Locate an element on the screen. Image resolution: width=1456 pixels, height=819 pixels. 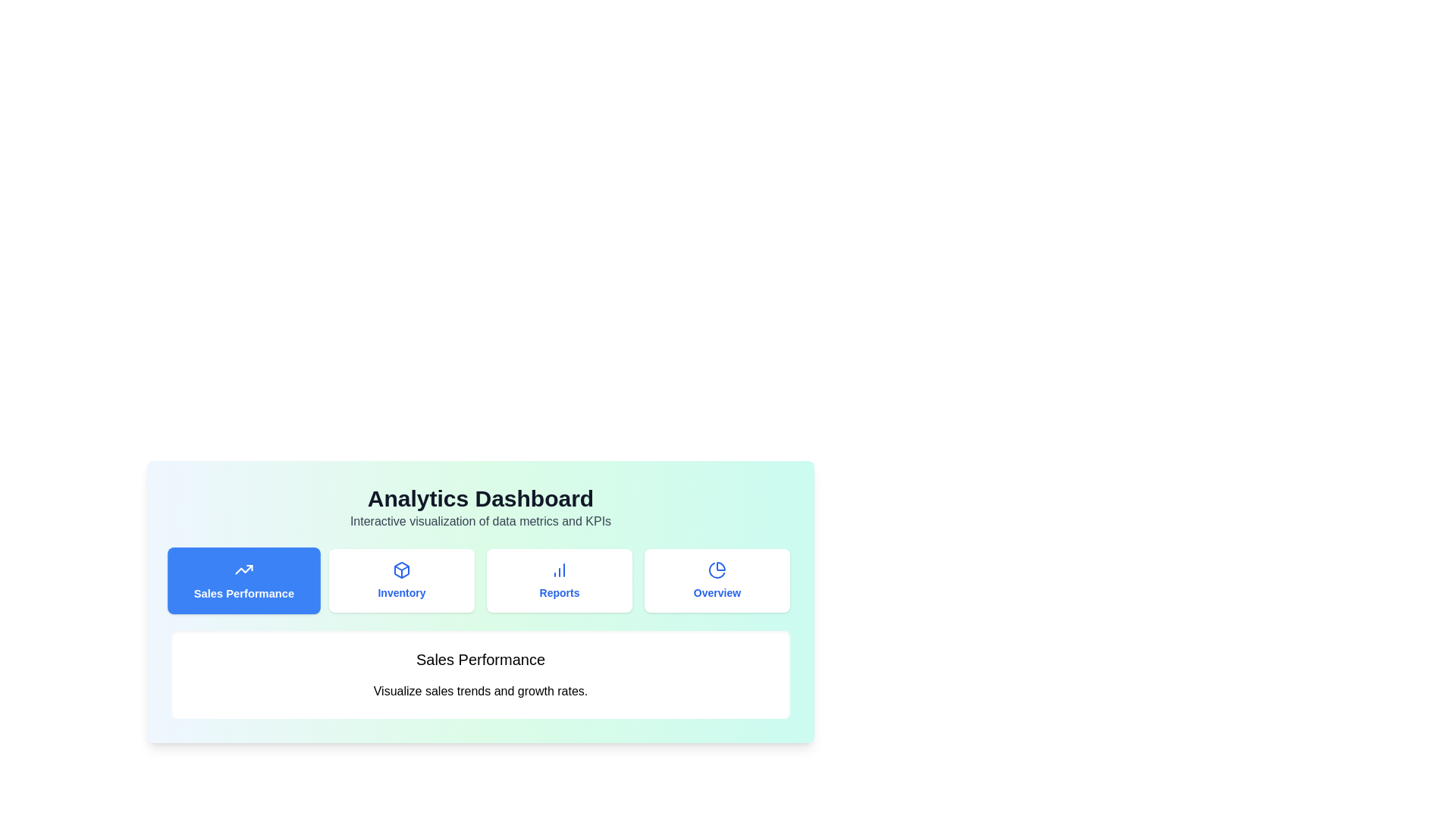
the tab labeled Reports is located at coordinates (559, 580).